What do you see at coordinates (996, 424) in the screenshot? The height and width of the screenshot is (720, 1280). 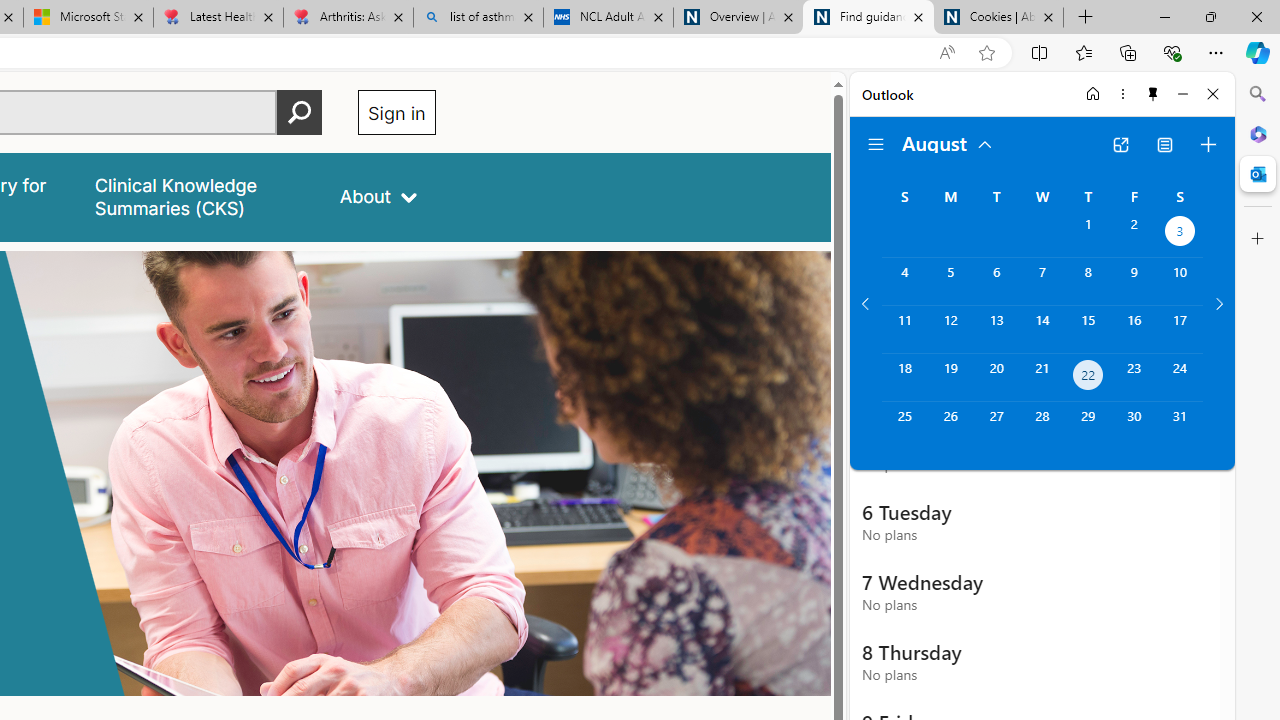 I see `'Tuesday, August 27, 2024. '` at bounding box center [996, 424].